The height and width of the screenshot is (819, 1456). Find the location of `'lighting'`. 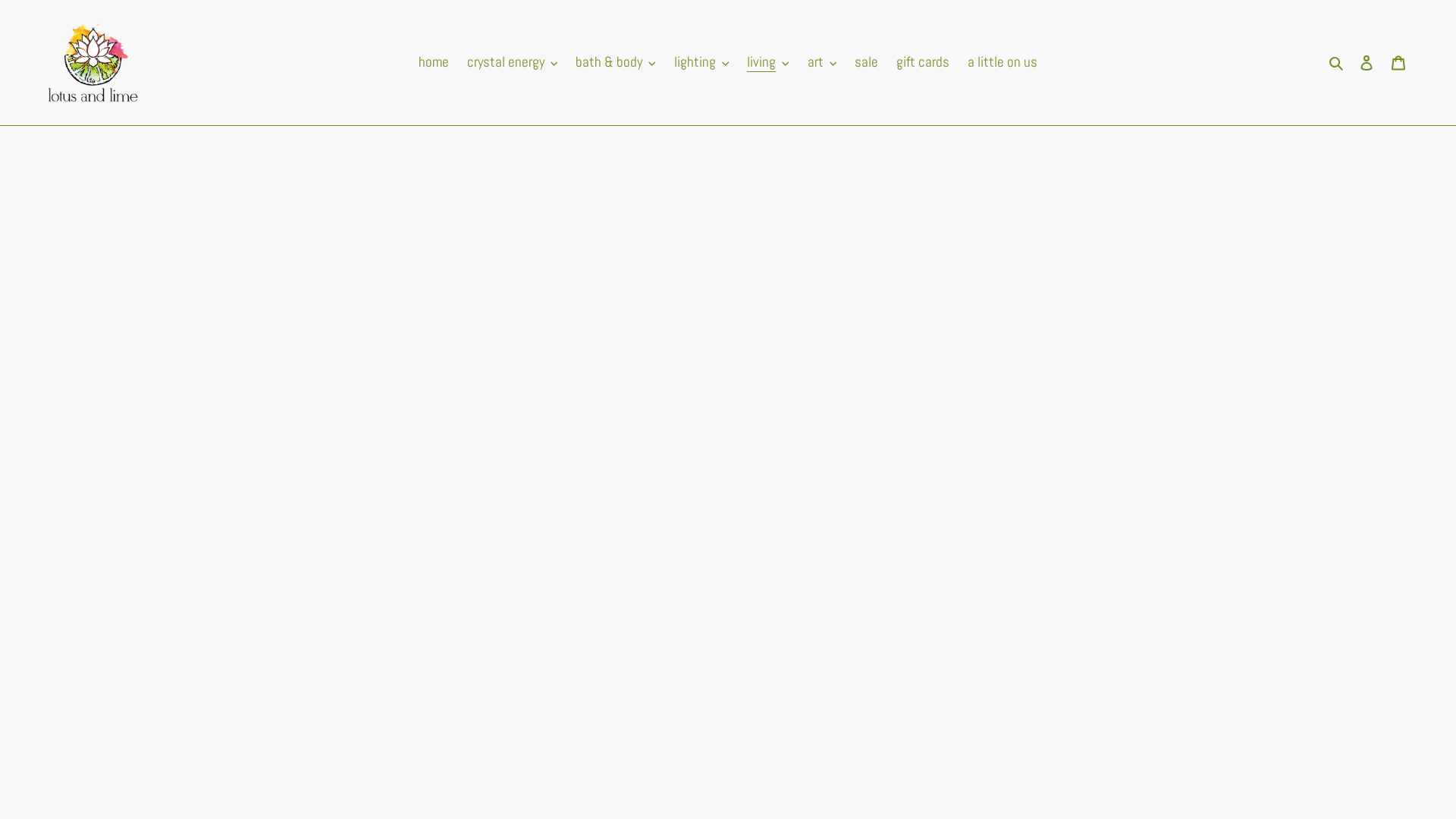

'lighting' is located at coordinates (701, 61).